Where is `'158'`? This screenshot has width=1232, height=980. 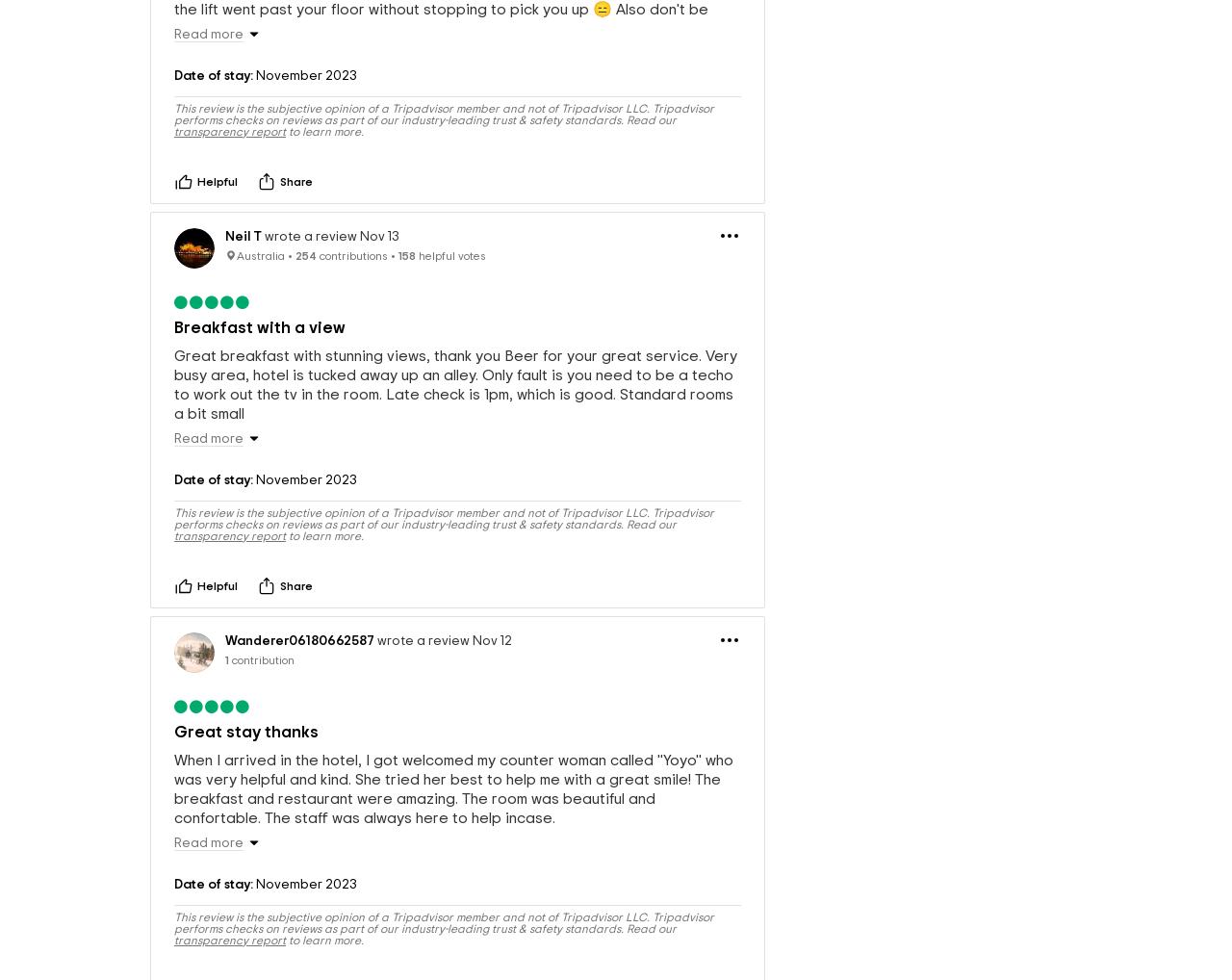 '158' is located at coordinates (397, 306).